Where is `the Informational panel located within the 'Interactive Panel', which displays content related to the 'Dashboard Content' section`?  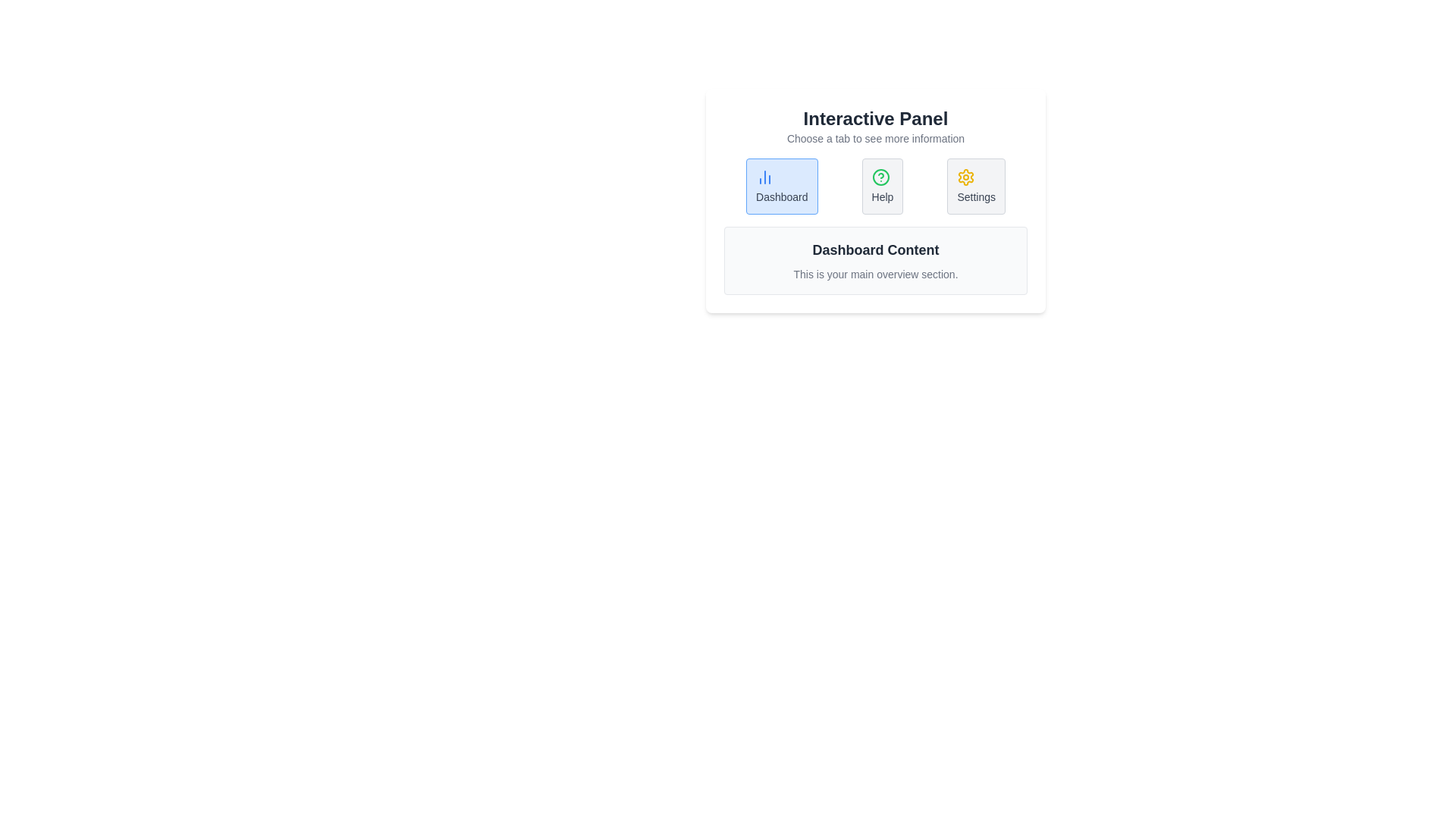
the Informational panel located within the 'Interactive Panel', which displays content related to the 'Dashboard Content' section is located at coordinates (876, 259).